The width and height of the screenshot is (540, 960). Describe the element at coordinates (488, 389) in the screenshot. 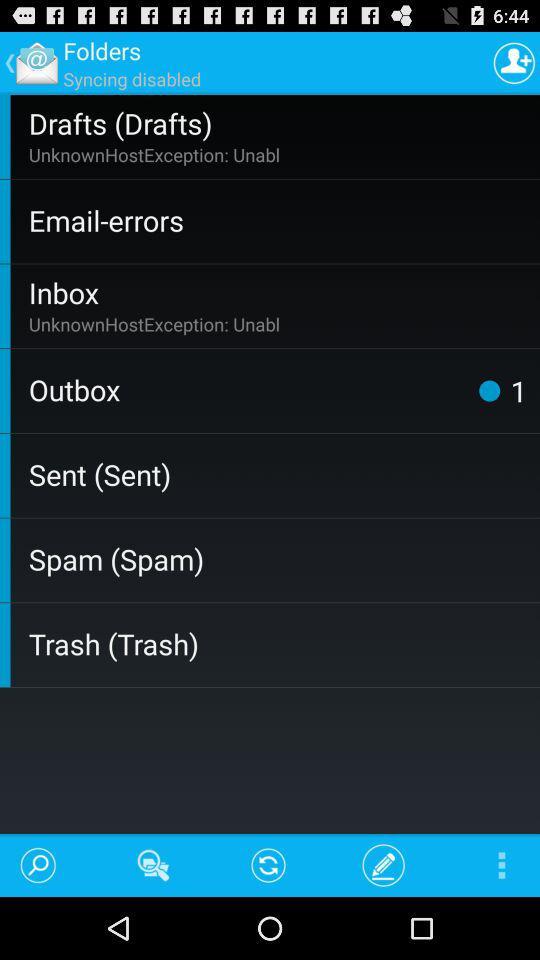

I see `the app below the unknownhostexception: unabl item` at that location.